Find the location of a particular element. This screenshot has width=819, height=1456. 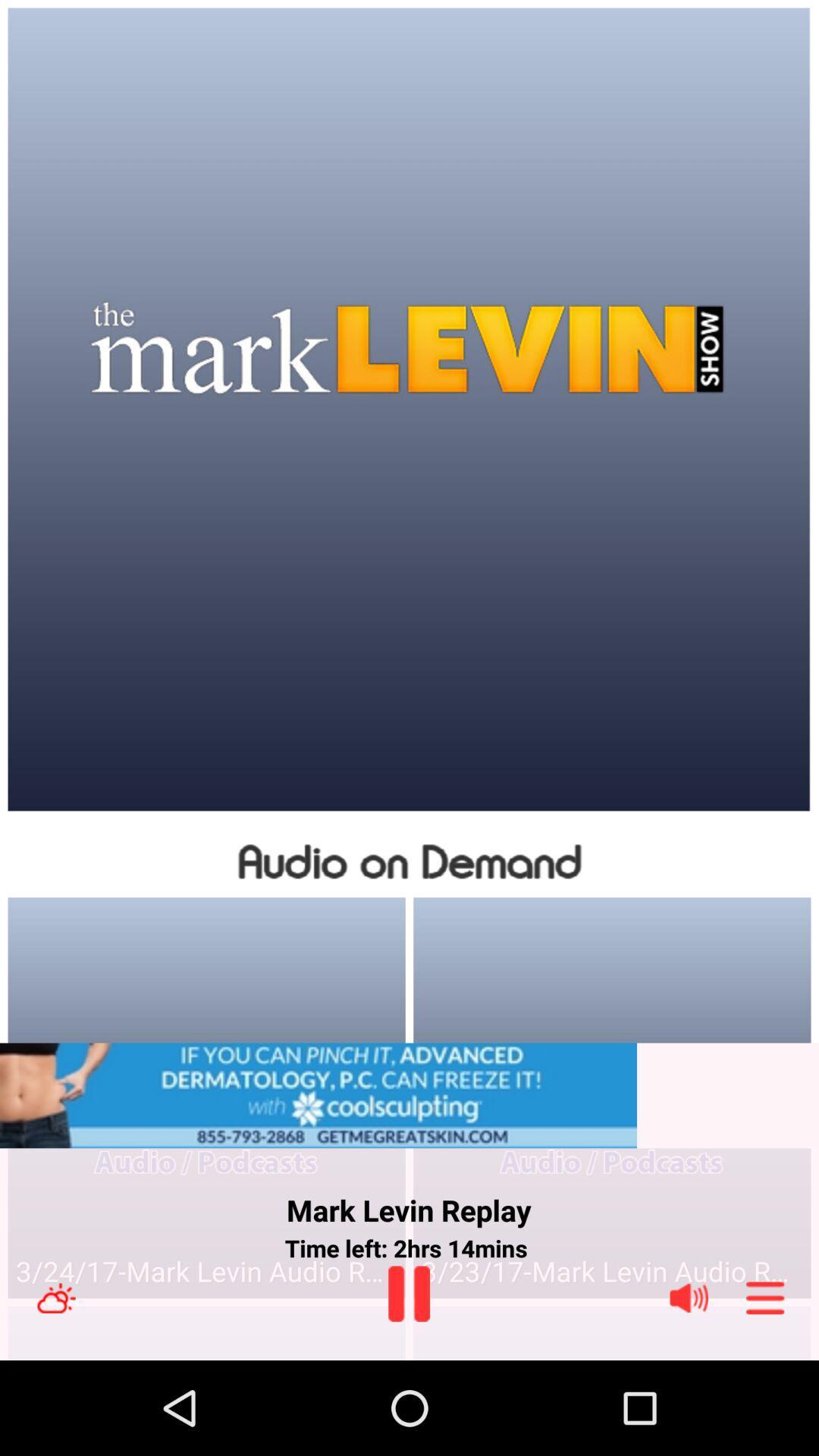

the first icon from right is located at coordinates (765, 1298).